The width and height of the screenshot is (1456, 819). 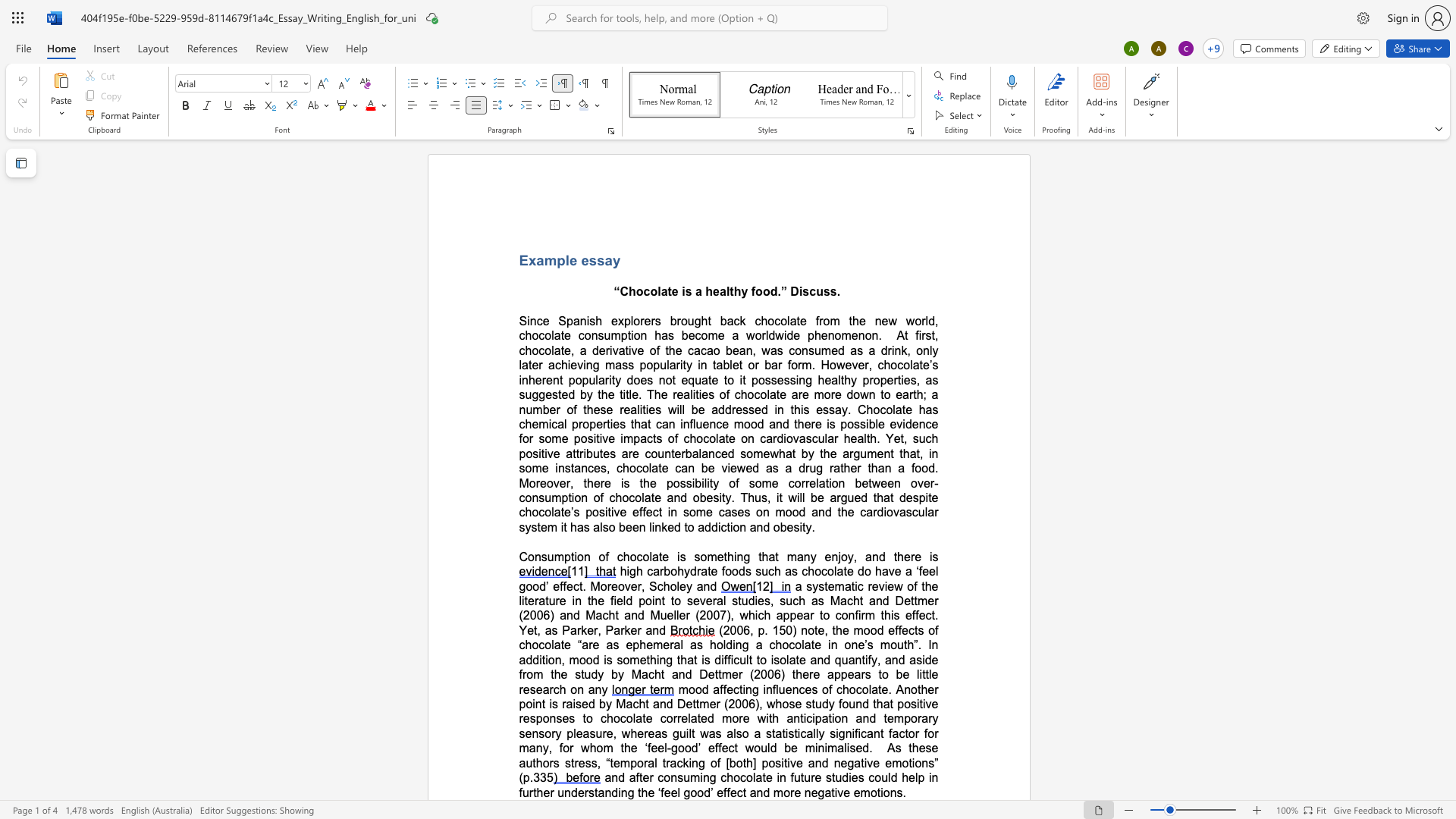 What do you see at coordinates (866, 615) in the screenshot?
I see `the space between the continuous character "r" and "m" in the text` at bounding box center [866, 615].